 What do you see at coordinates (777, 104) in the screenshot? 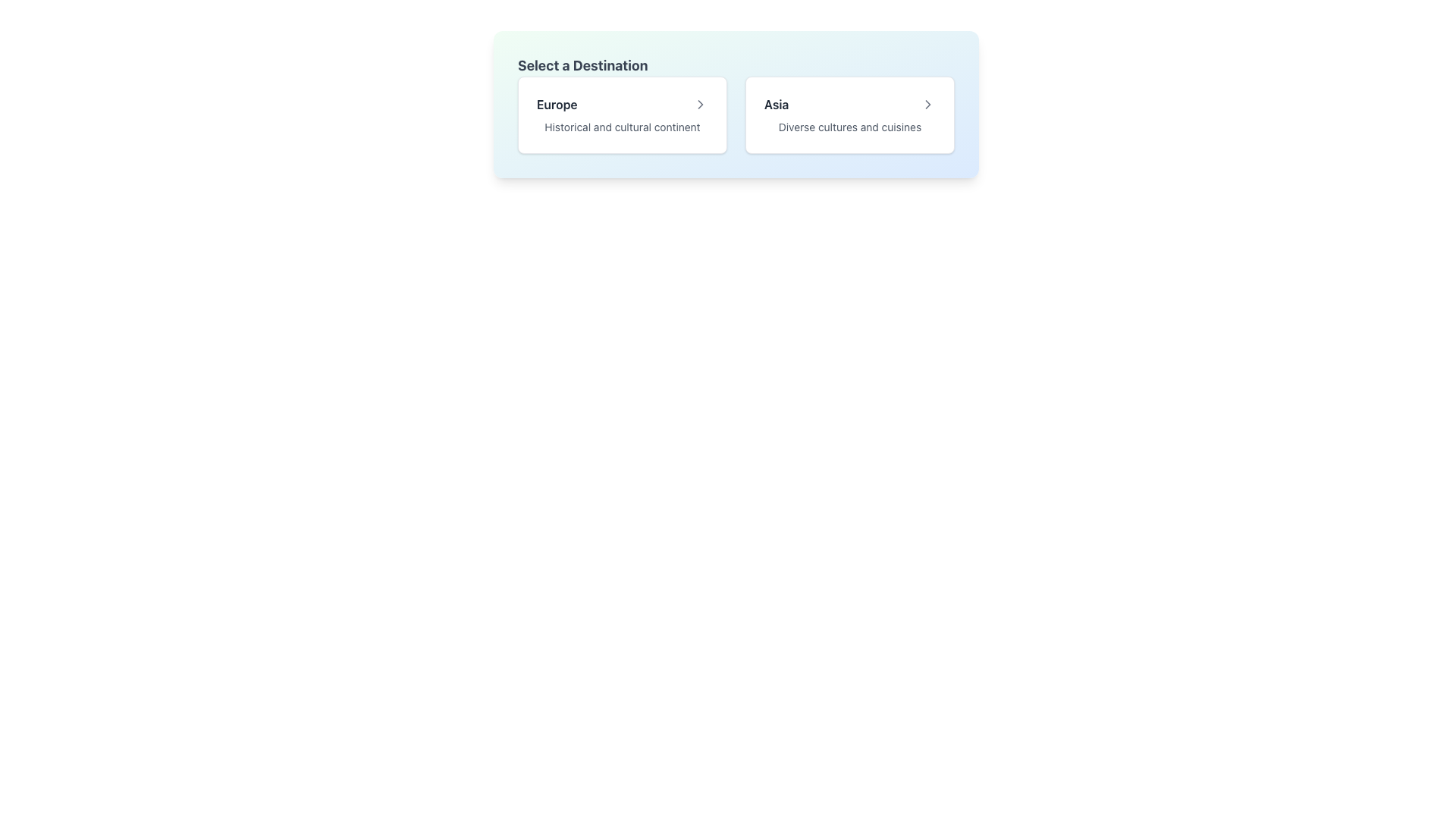
I see `text label 'Asia' which is positioned in the top-right area of a card-like layout, left-aligned with the descriptor 'Diverse cultures and cuisines'` at bounding box center [777, 104].